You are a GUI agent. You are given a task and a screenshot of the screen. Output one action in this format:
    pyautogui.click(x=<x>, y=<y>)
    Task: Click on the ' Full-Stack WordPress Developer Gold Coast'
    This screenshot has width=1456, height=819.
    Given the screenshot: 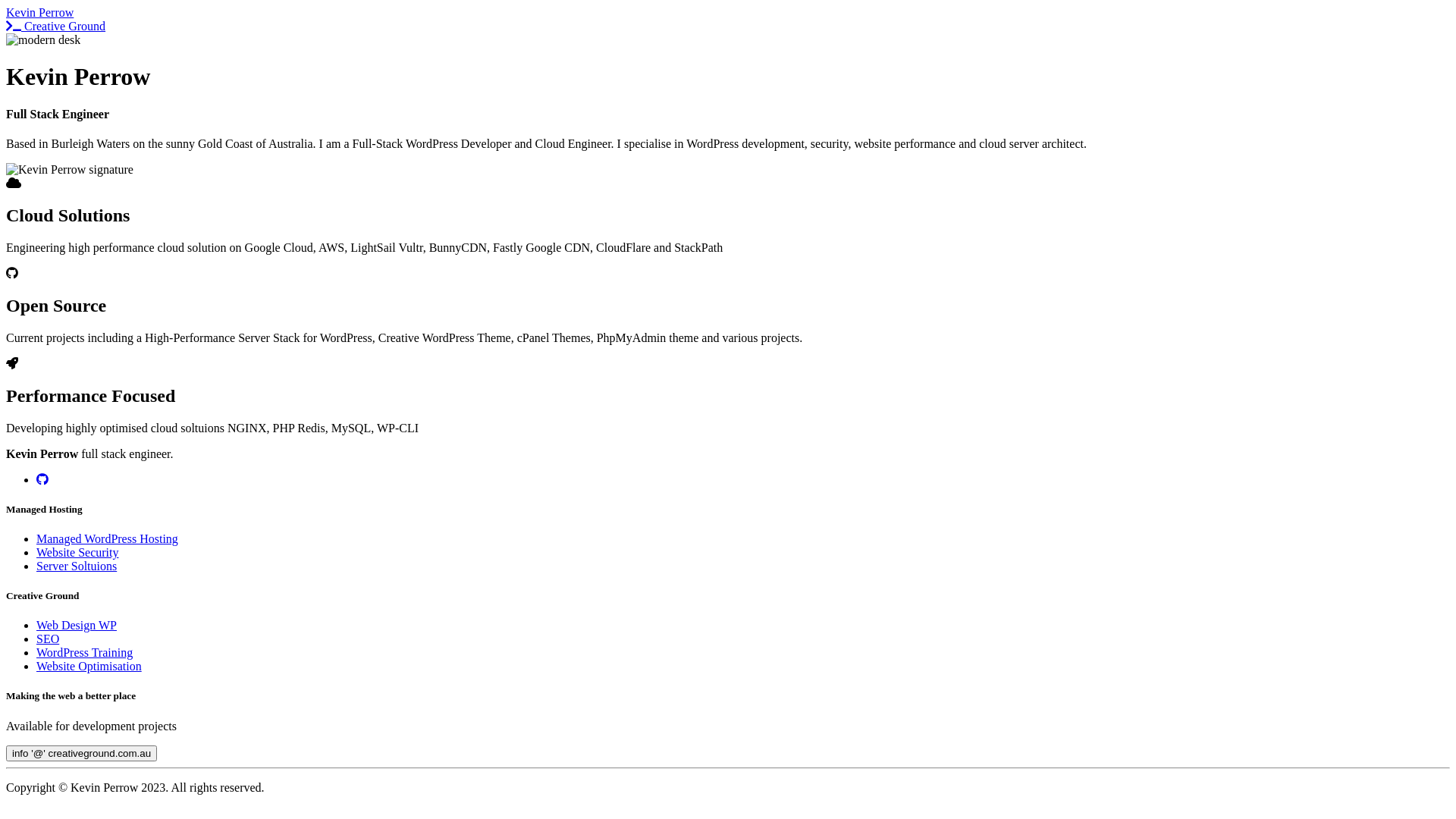 What is the action you would take?
    pyautogui.click(x=43, y=39)
    